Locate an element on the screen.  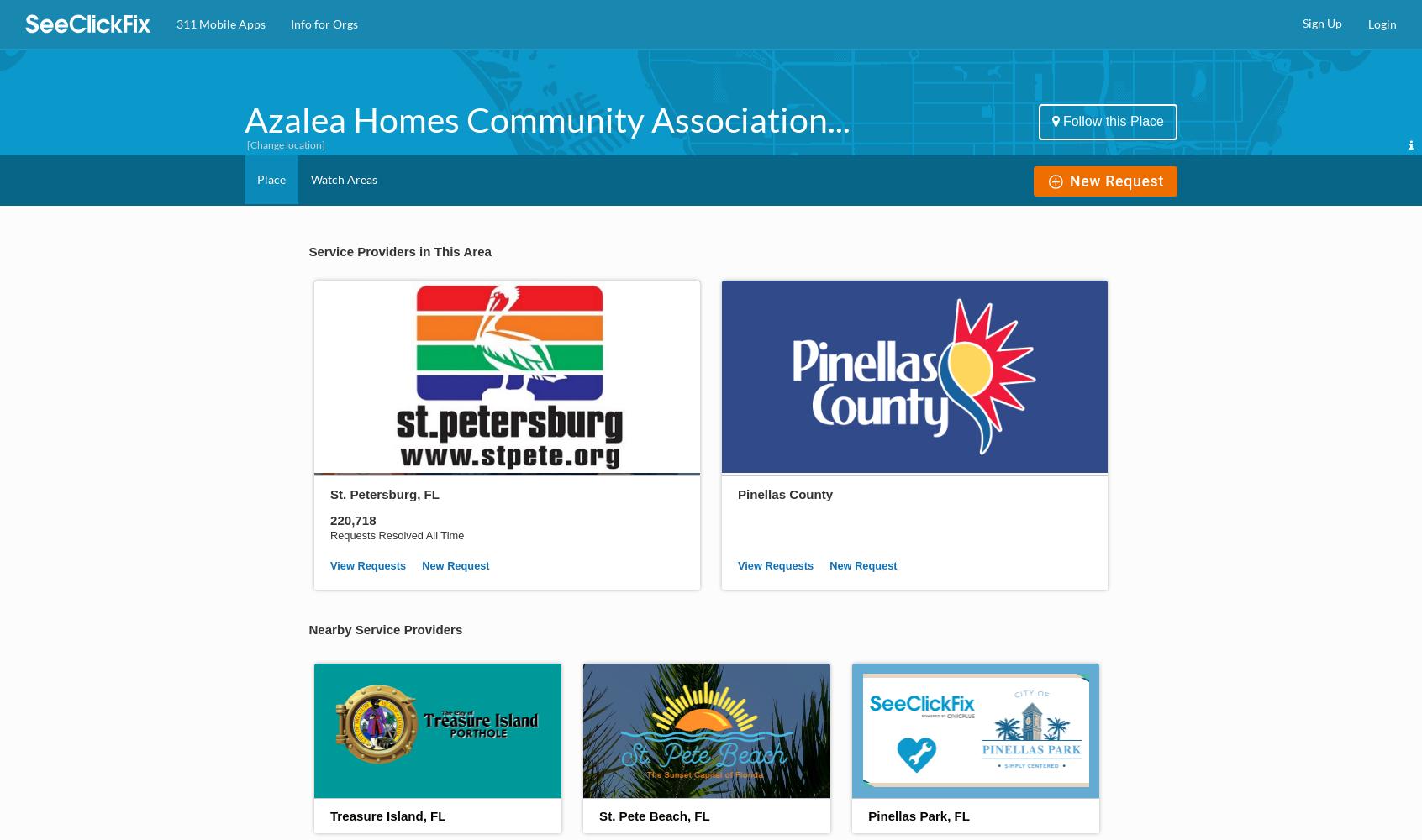
'220,718' is located at coordinates (352, 518).